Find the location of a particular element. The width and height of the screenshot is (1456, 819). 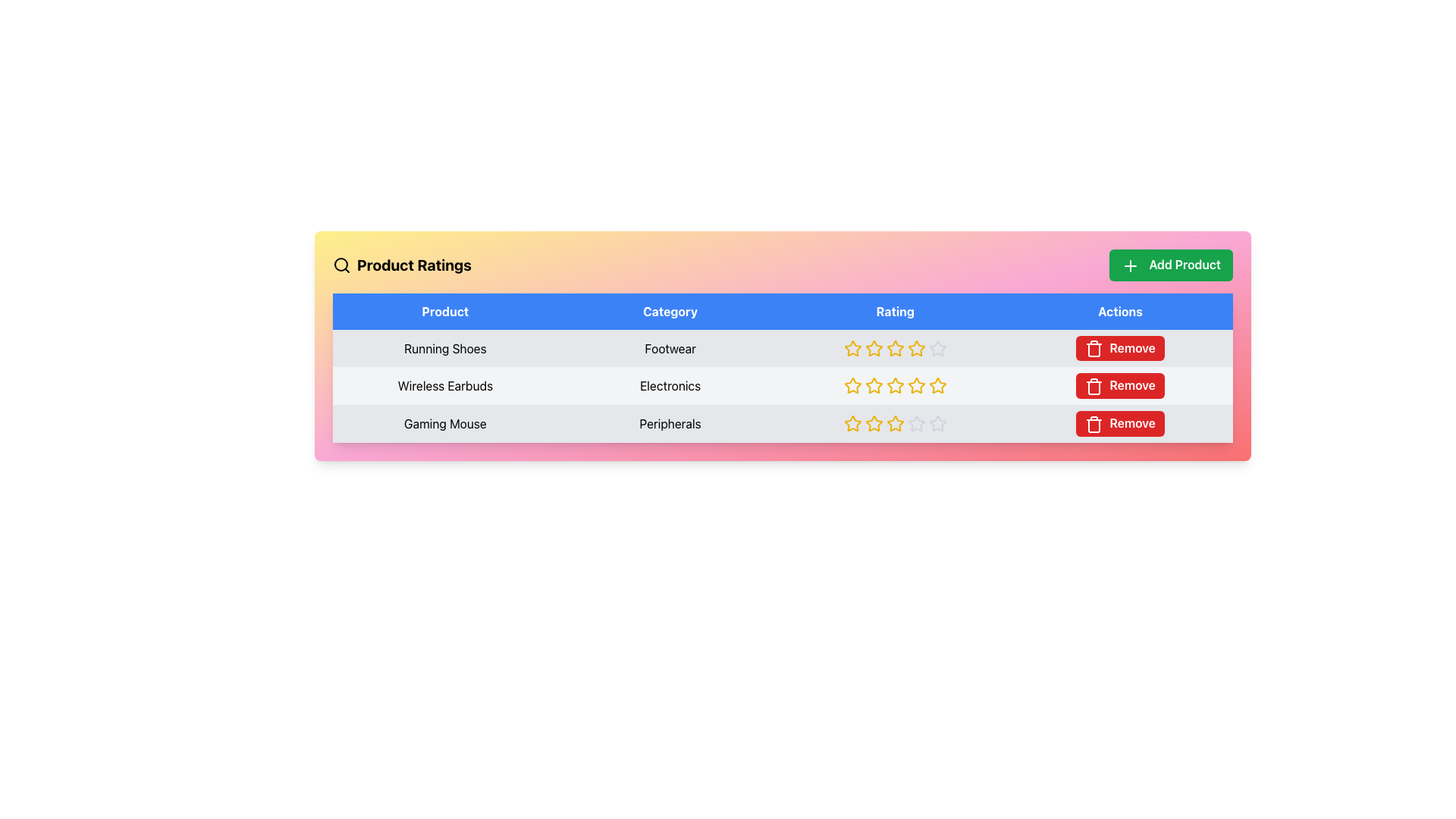

the 'Rating' column header in the table, which identifies the content of the ratings for the respective products is located at coordinates (895, 310).